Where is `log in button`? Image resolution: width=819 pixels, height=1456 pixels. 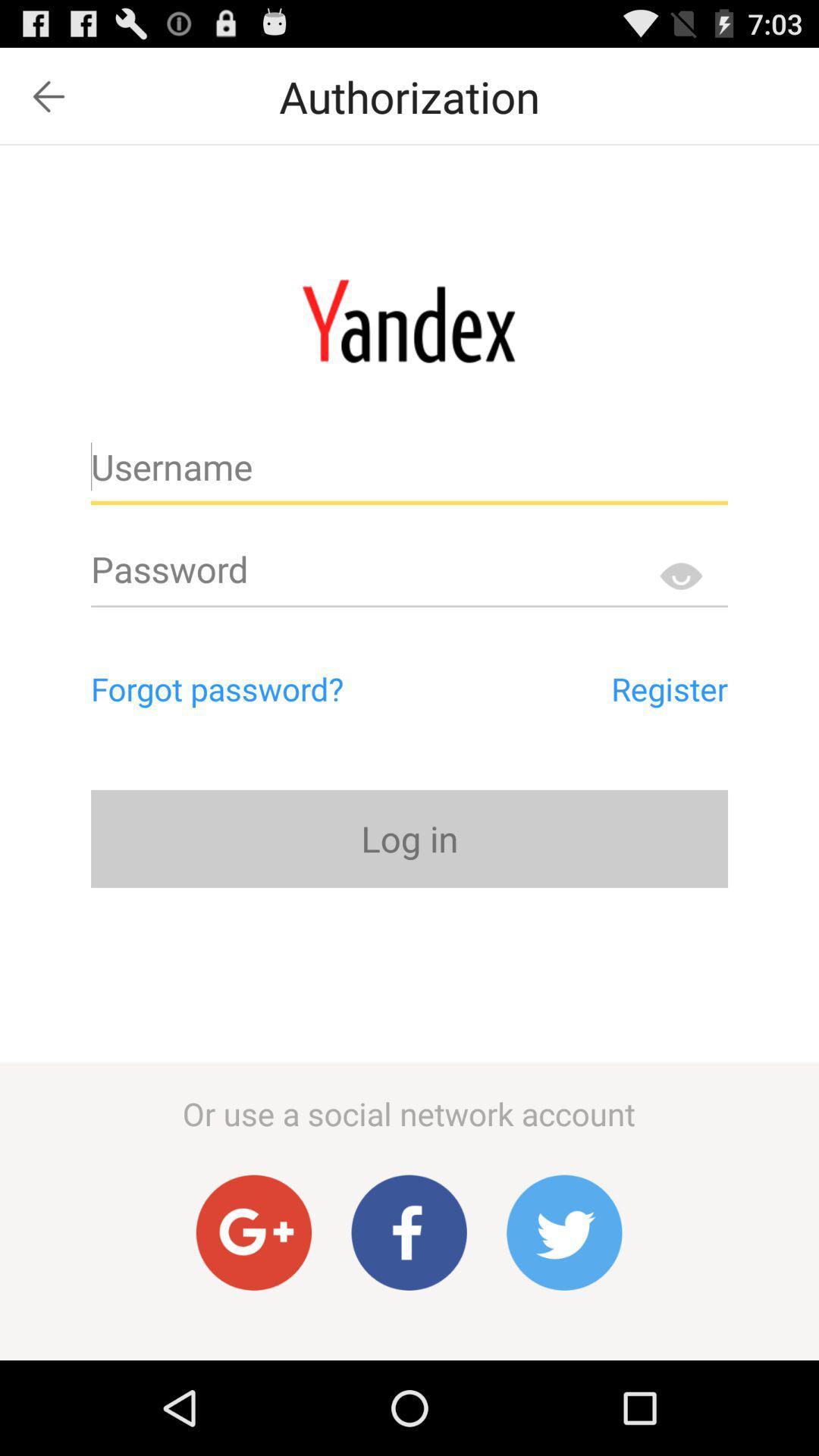 log in button is located at coordinates (409, 838).